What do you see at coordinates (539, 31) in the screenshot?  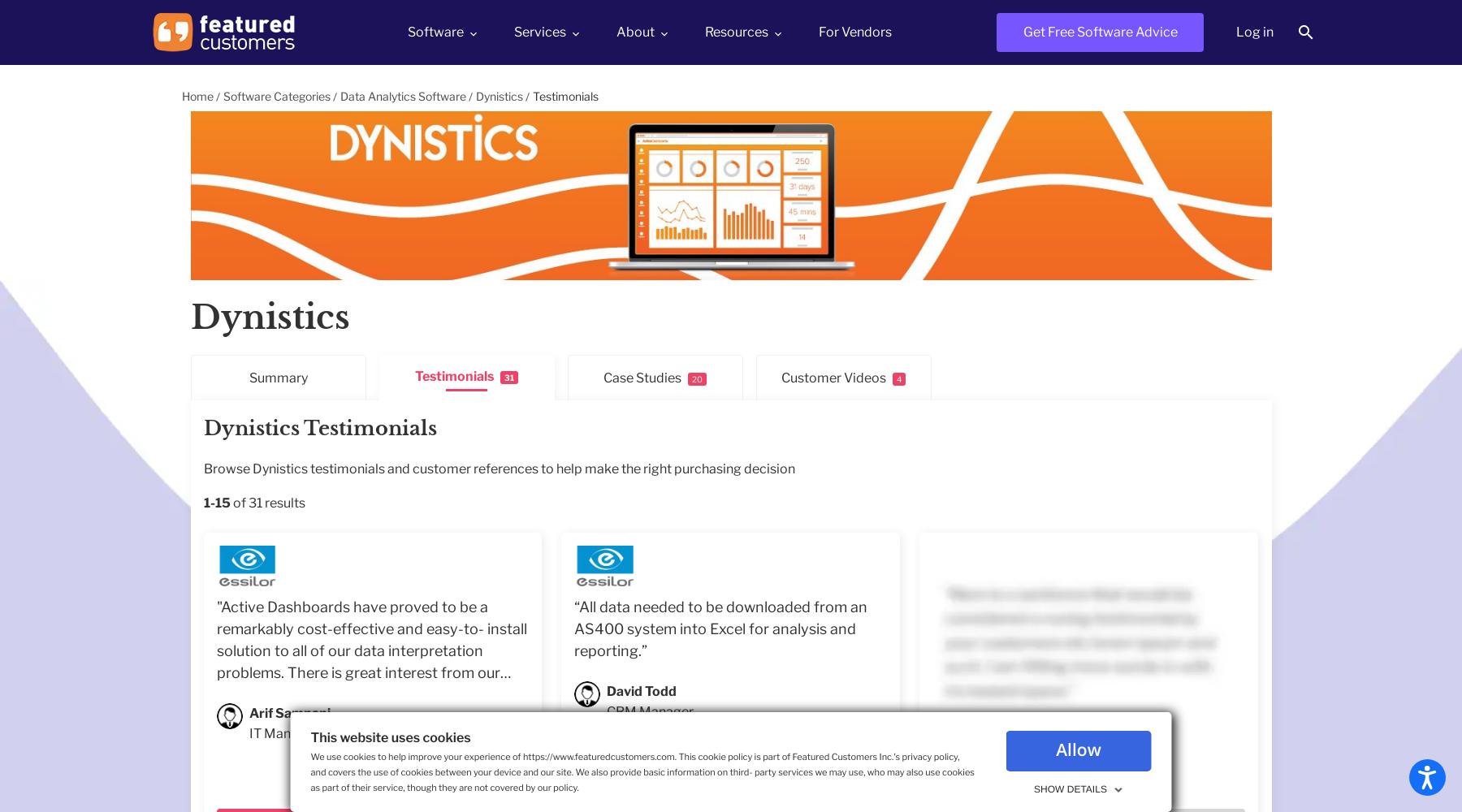 I see `'Services'` at bounding box center [539, 31].